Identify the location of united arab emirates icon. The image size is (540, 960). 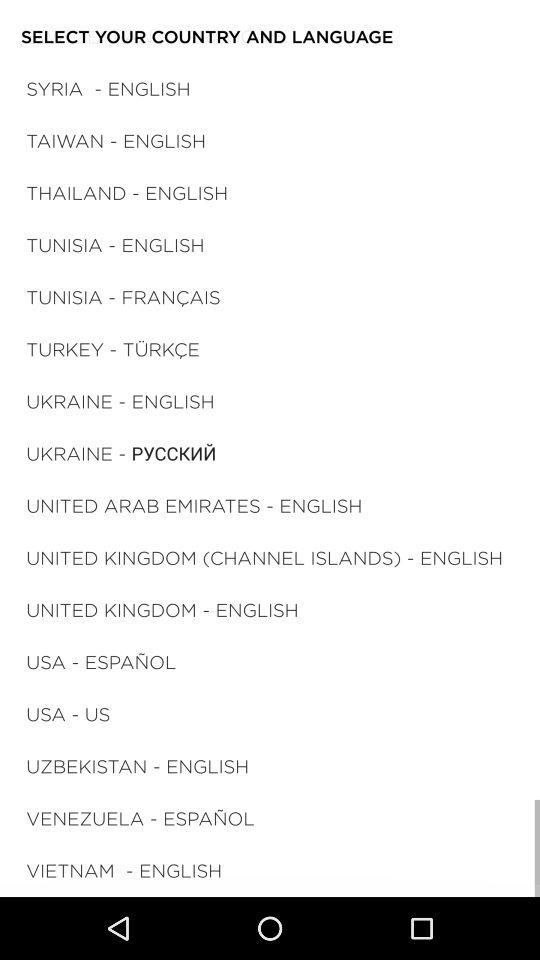
(194, 504).